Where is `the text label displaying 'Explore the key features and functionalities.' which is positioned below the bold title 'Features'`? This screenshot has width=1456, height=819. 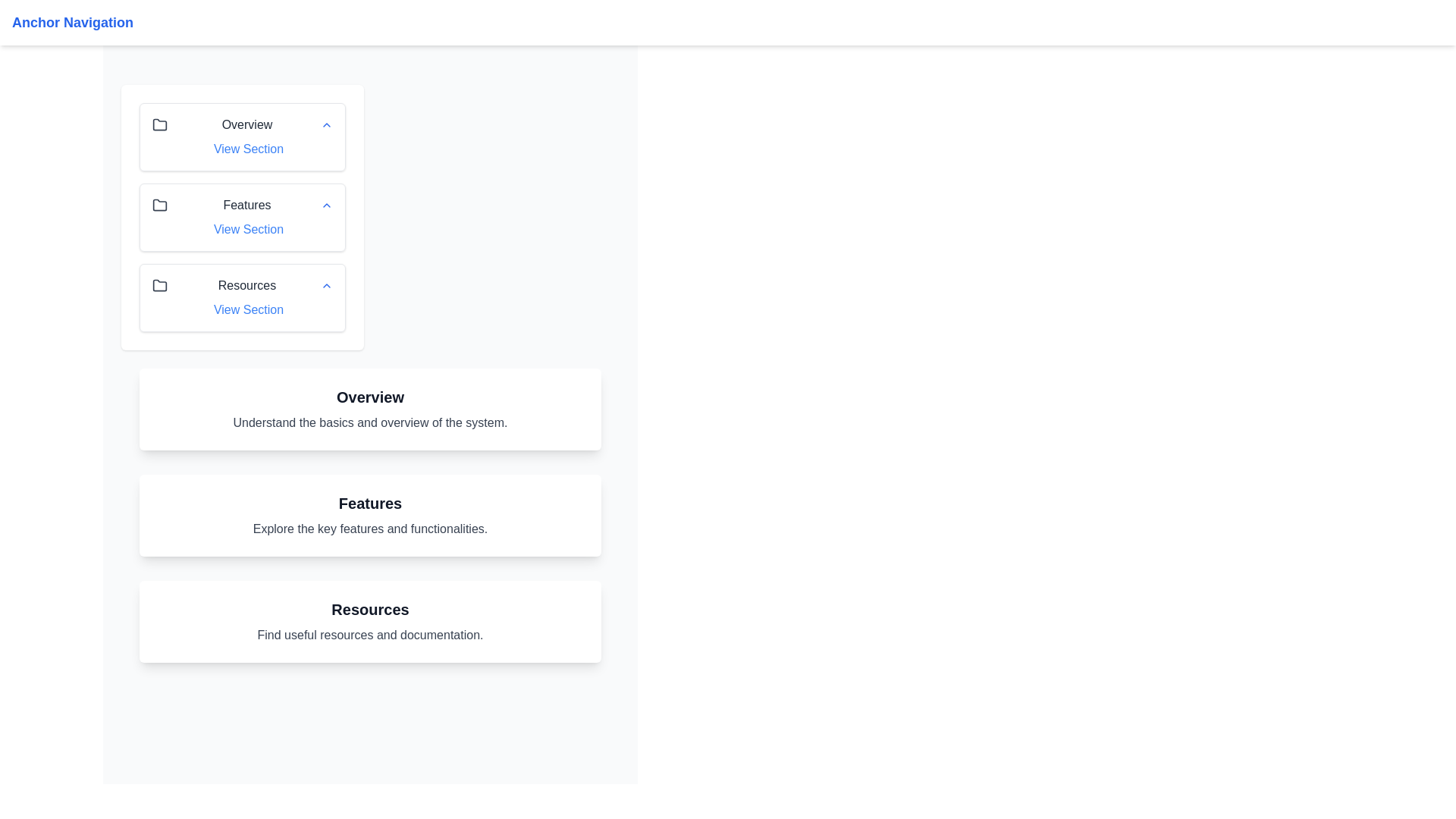
the text label displaying 'Explore the key features and functionalities.' which is positioned below the bold title 'Features' is located at coordinates (370, 529).